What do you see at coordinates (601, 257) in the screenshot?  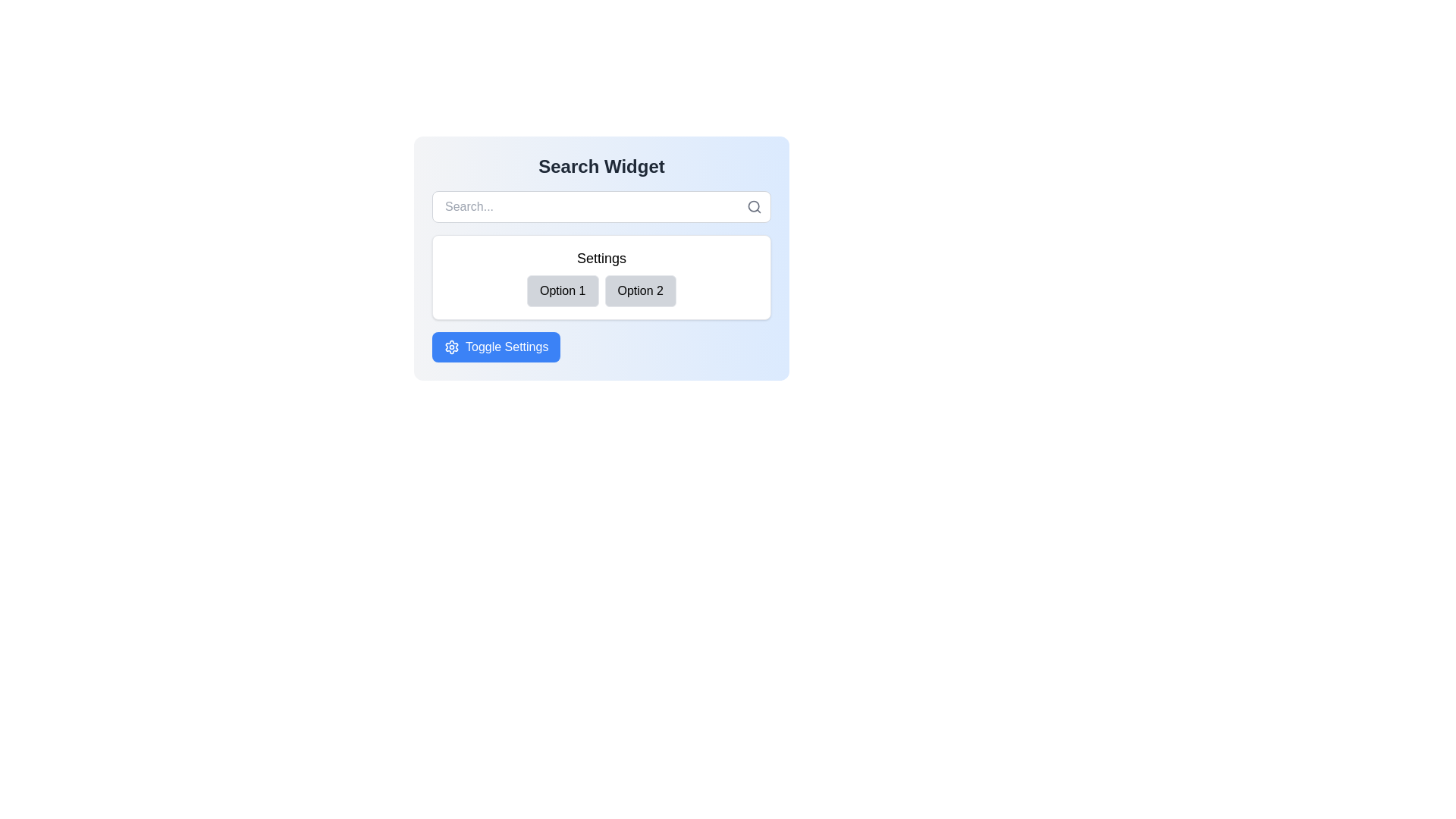 I see `the text label that reads 'Settings', which is styled with a medium-sized bold font and is visually aligned with the buttons 'Option 1' and 'Option 2'` at bounding box center [601, 257].